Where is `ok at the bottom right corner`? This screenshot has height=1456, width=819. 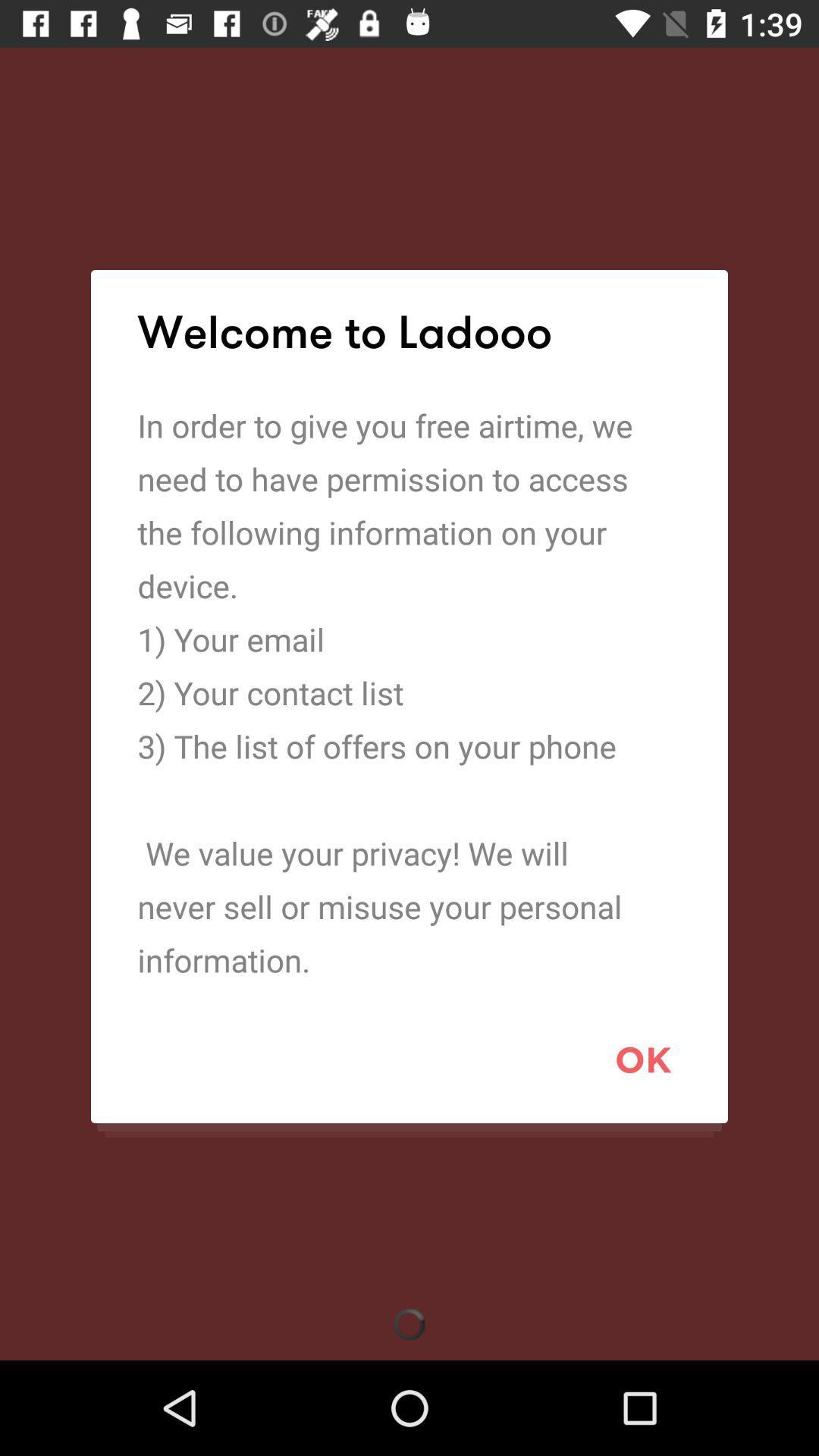
ok at the bottom right corner is located at coordinates (643, 1059).